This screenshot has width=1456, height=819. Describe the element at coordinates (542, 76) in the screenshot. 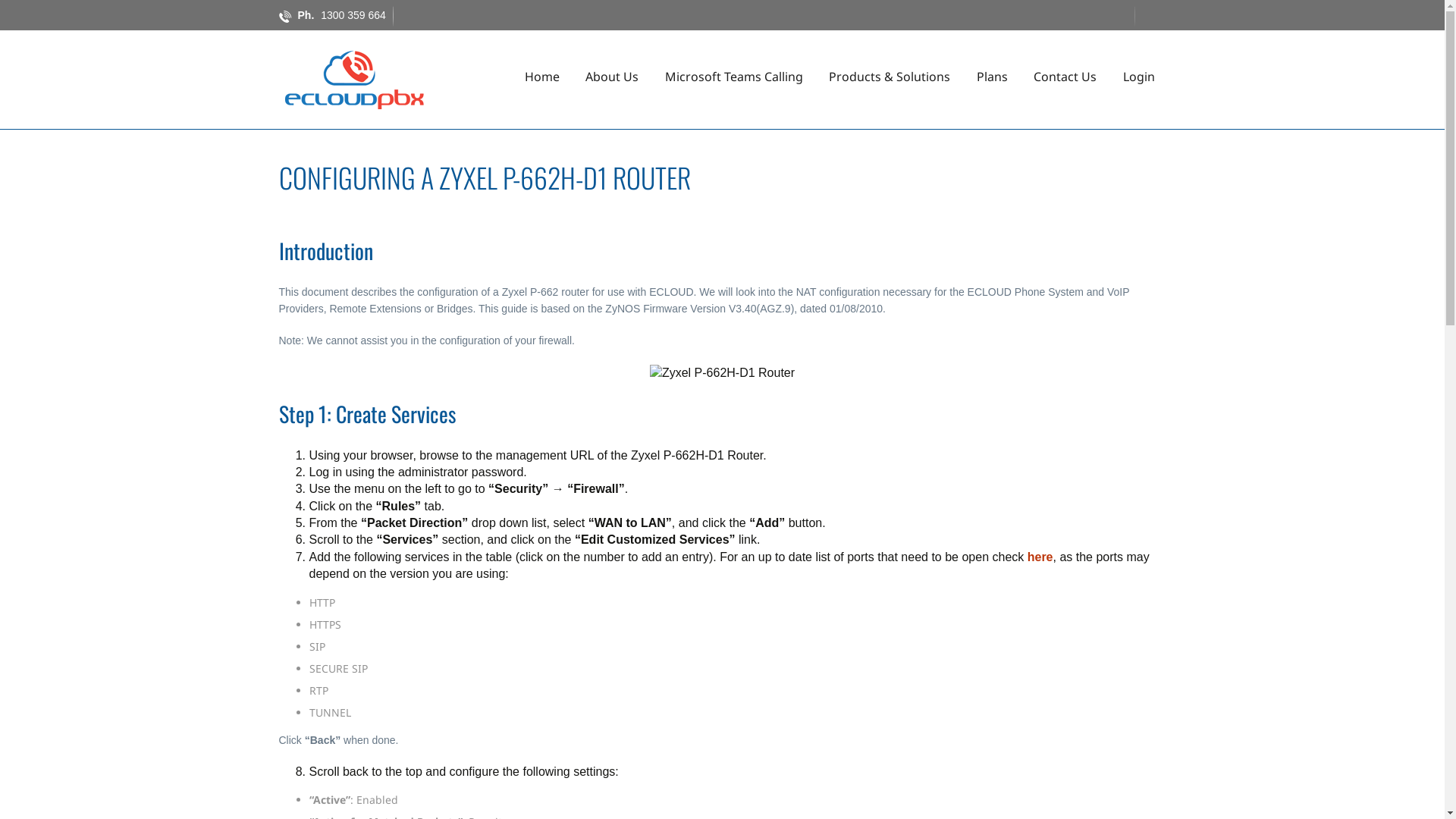

I see `'Home'` at that location.